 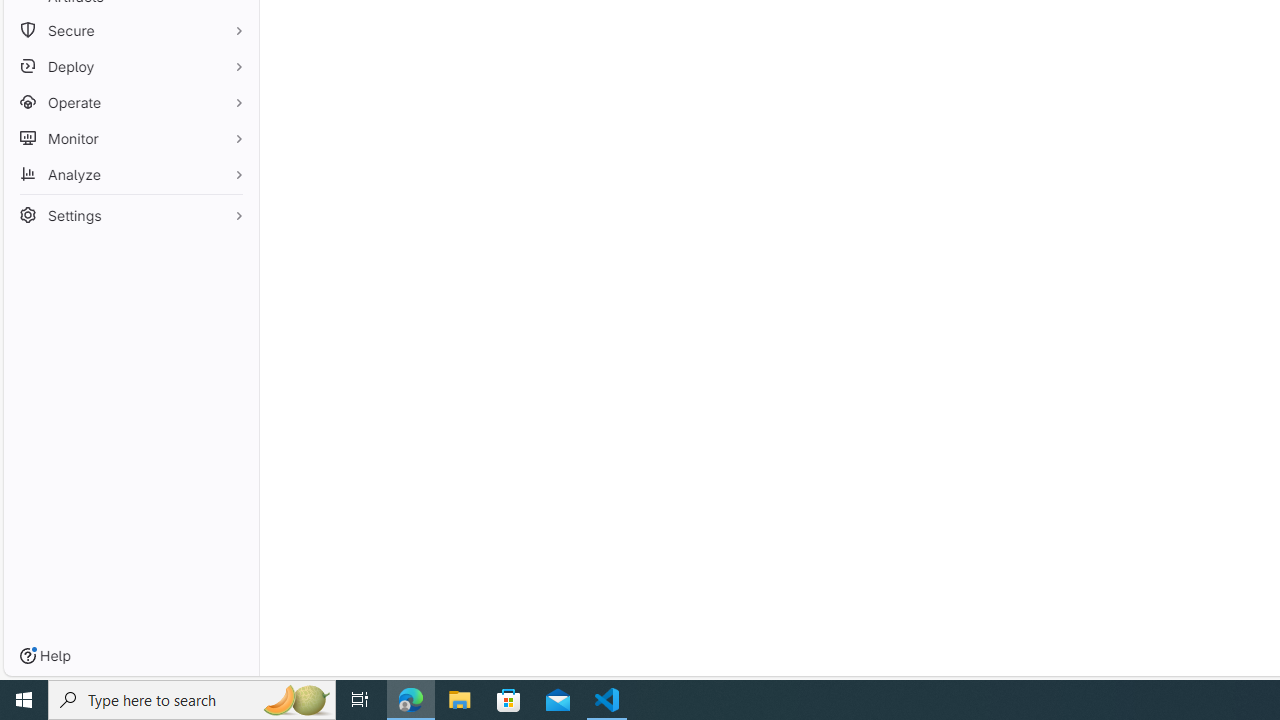 What do you see at coordinates (130, 30) in the screenshot?
I see `'Secure'` at bounding box center [130, 30].